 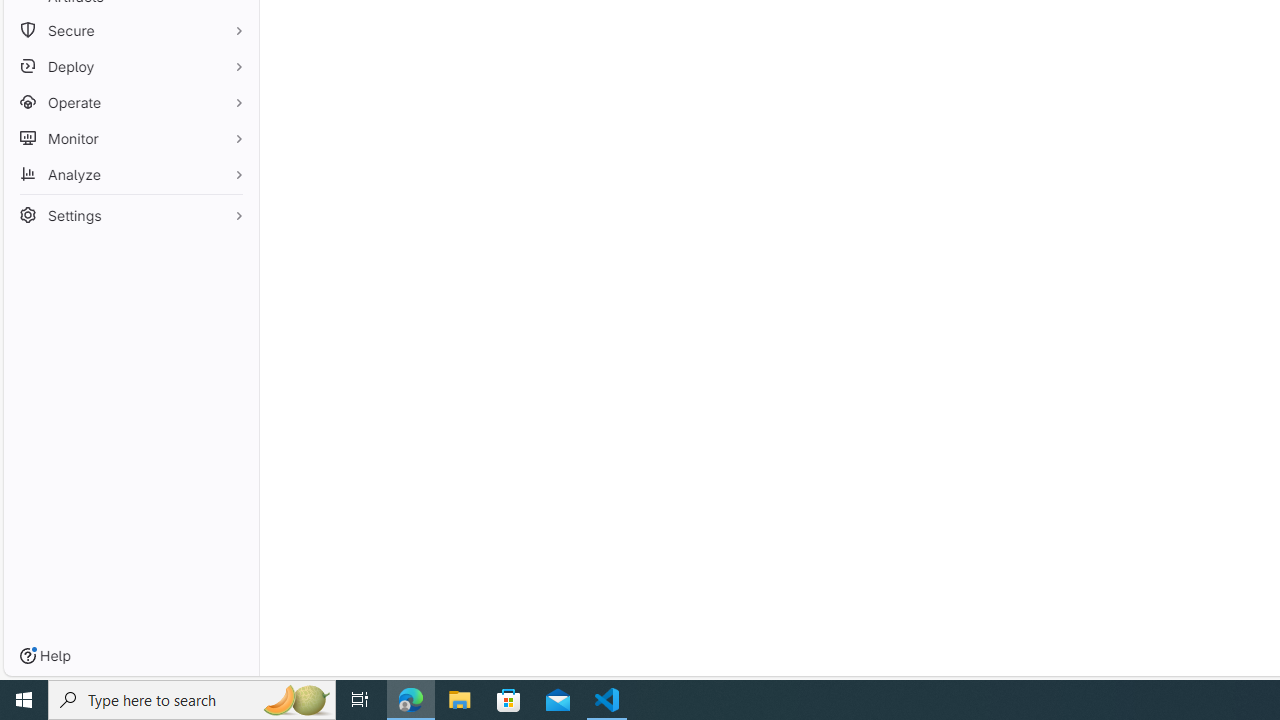 What do you see at coordinates (130, 30) in the screenshot?
I see `'Secure'` at bounding box center [130, 30].